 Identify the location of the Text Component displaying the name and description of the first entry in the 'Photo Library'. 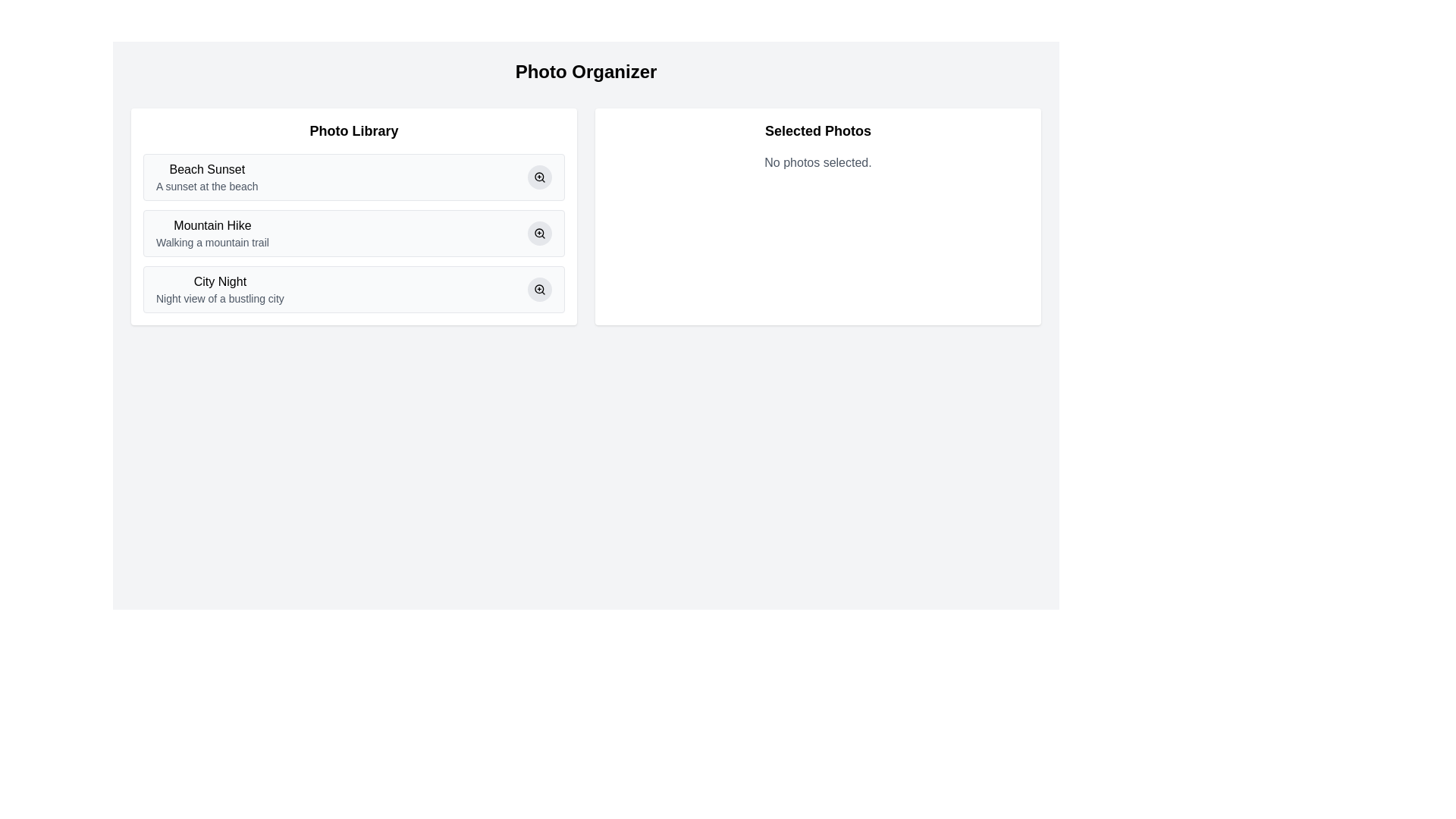
(206, 177).